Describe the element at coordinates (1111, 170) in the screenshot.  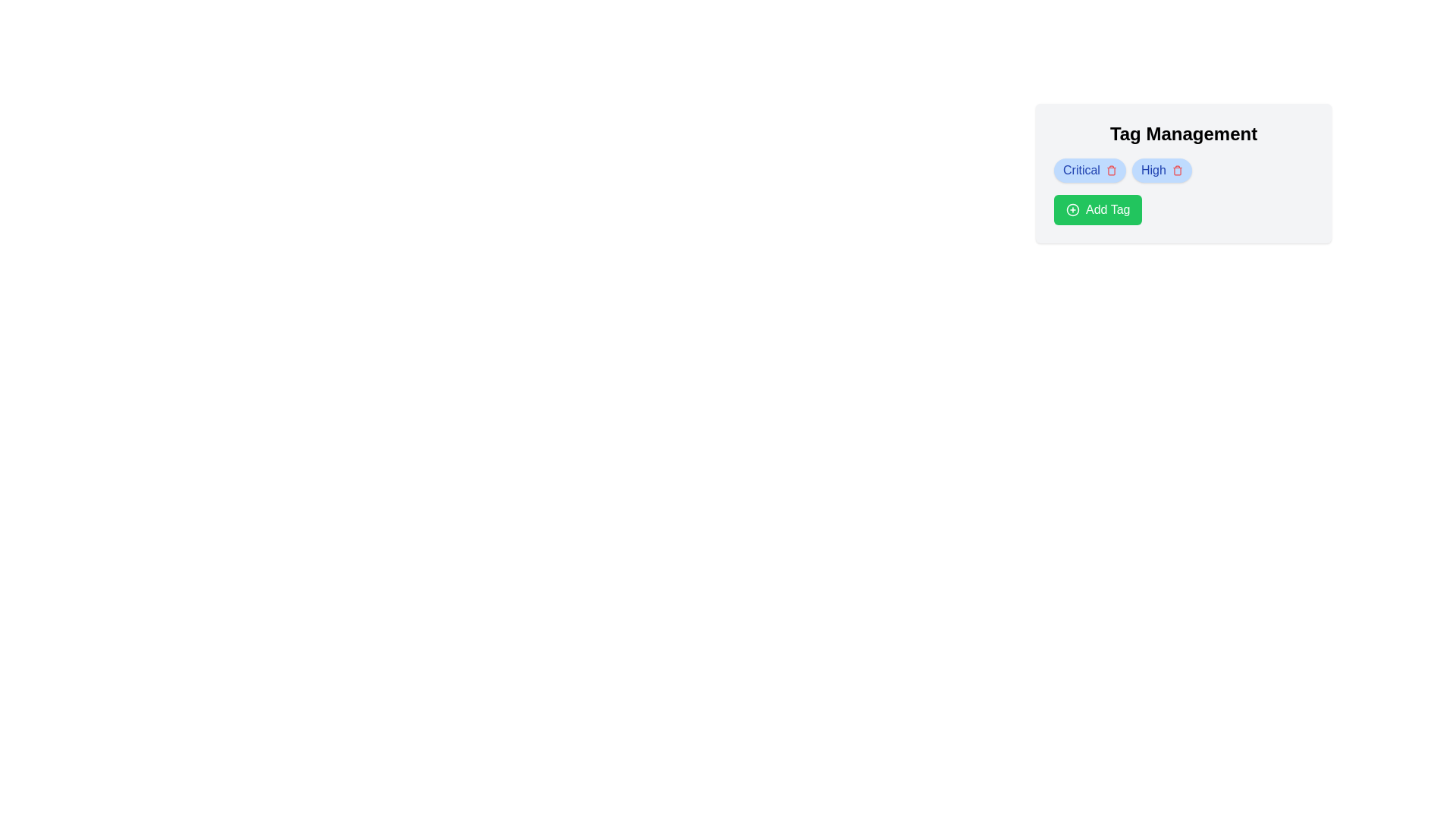
I see `the red trash icon button located to the right of the 'Critical' text in the Tag Management section to observe the color change upon interaction` at that location.